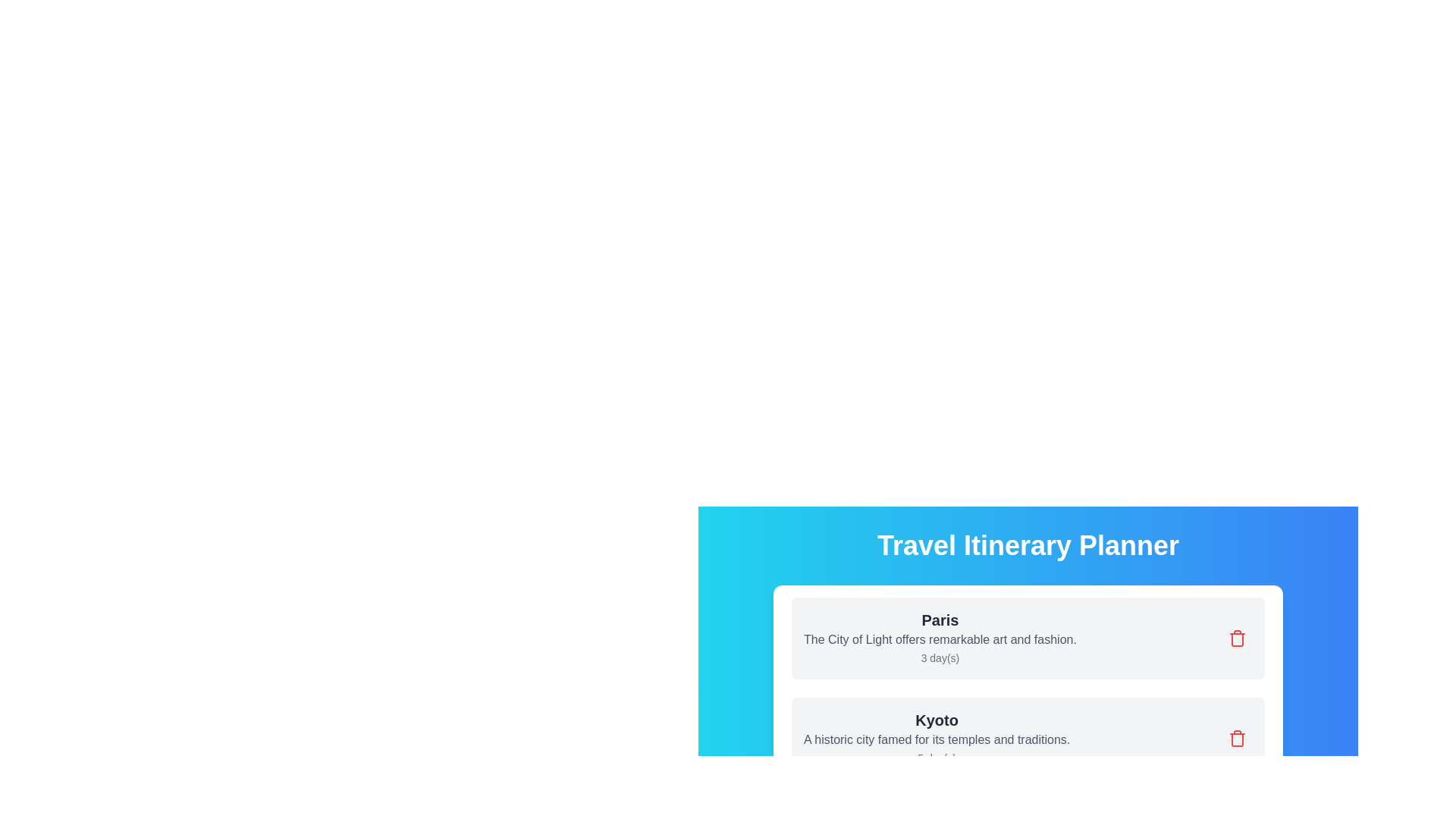 The height and width of the screenshot is (819, 1456). Describe the element at coordinates (936, 719) in the screenshot. I see `the text label displaying 'Kyoto' in bold and dark gray font, which is located within a card layout representing a travel destination, positioned near the top of the card` at that location.